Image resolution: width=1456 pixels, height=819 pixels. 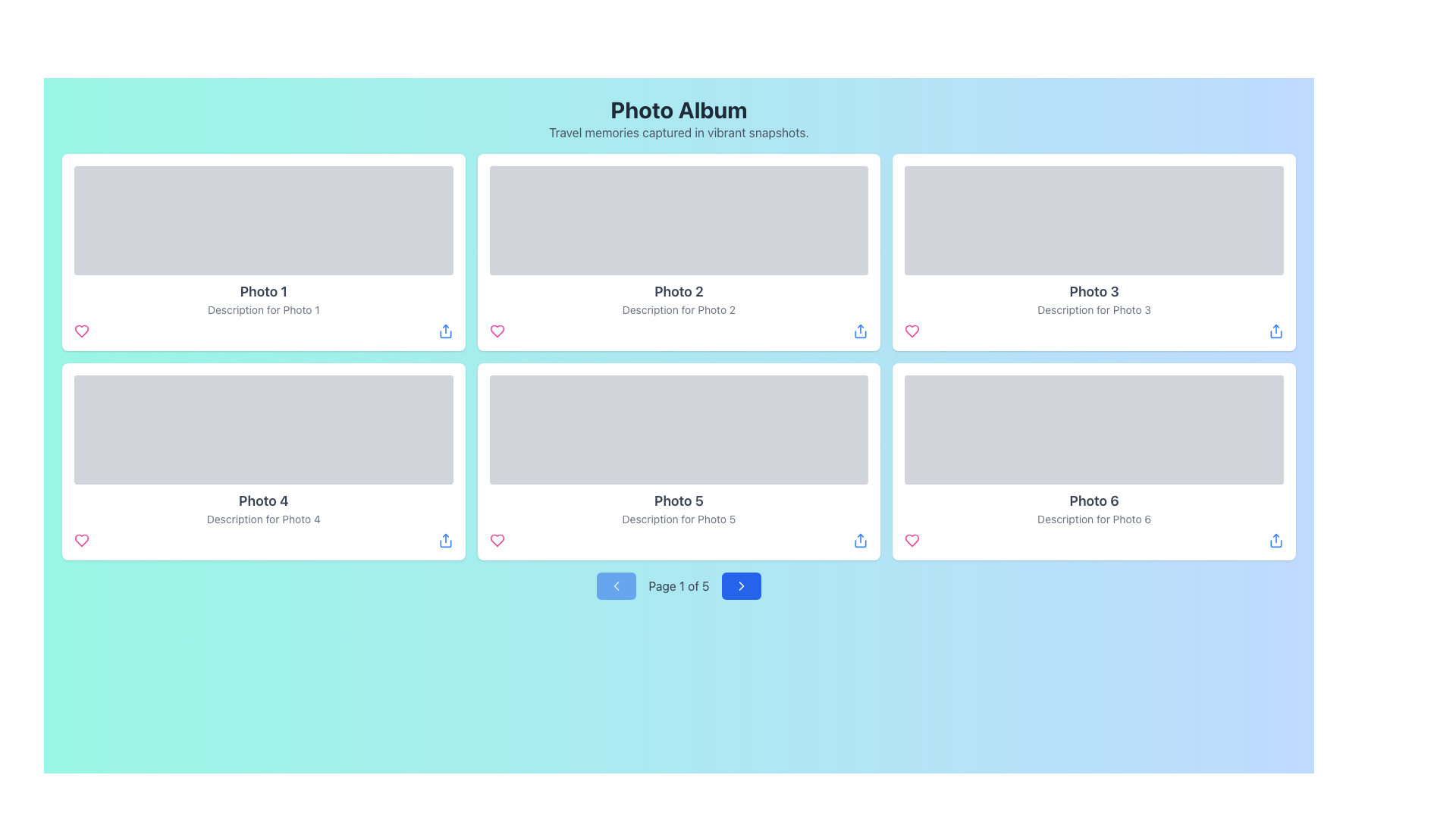 I want to click on the heart-shaped button with a pink outline located at the bottom-left corner of the Photo 5 card in the photo grid to mark it as a favorite, so click(x=497, y=540).